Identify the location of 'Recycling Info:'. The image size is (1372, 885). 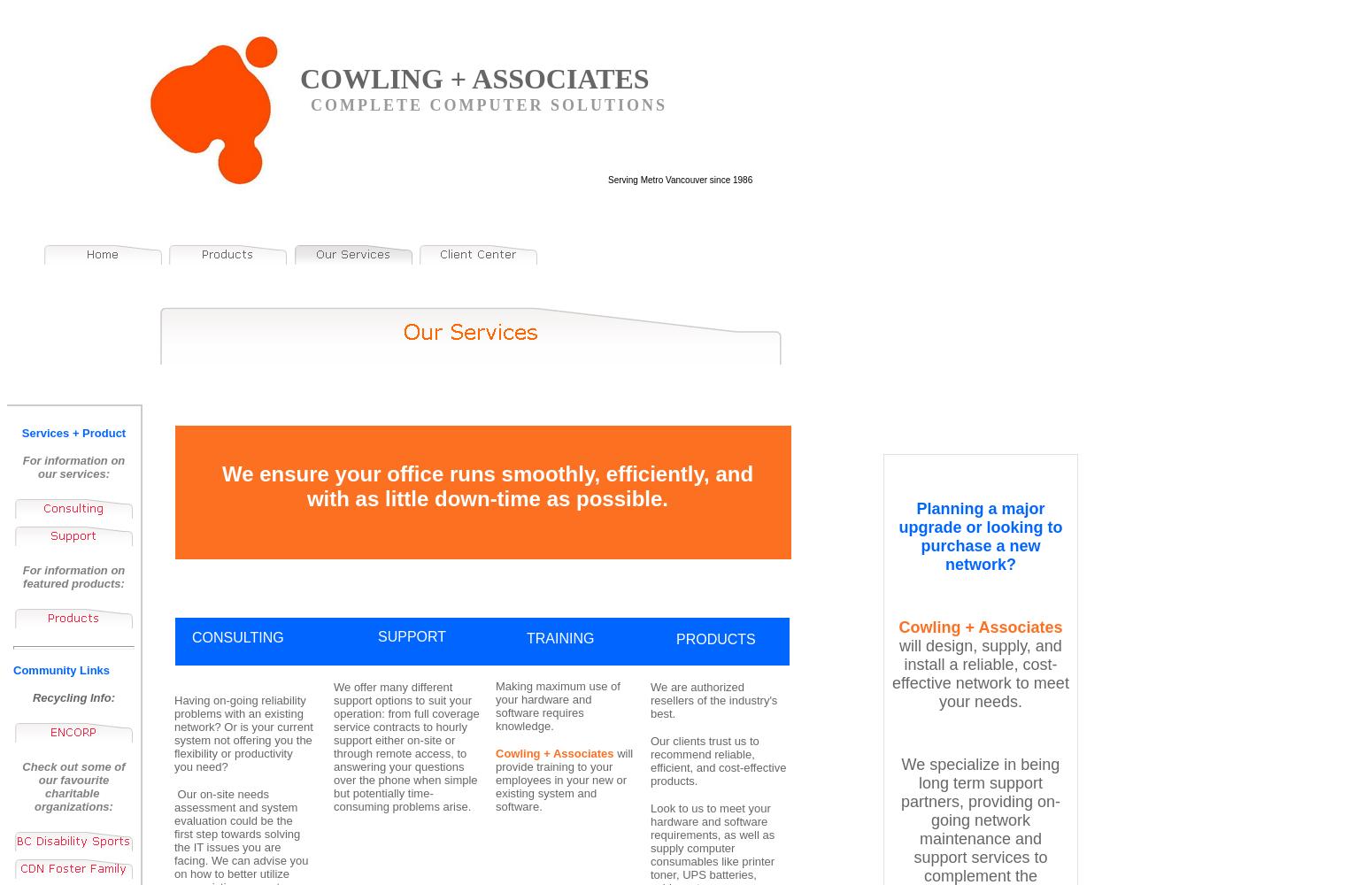
(73, 697).